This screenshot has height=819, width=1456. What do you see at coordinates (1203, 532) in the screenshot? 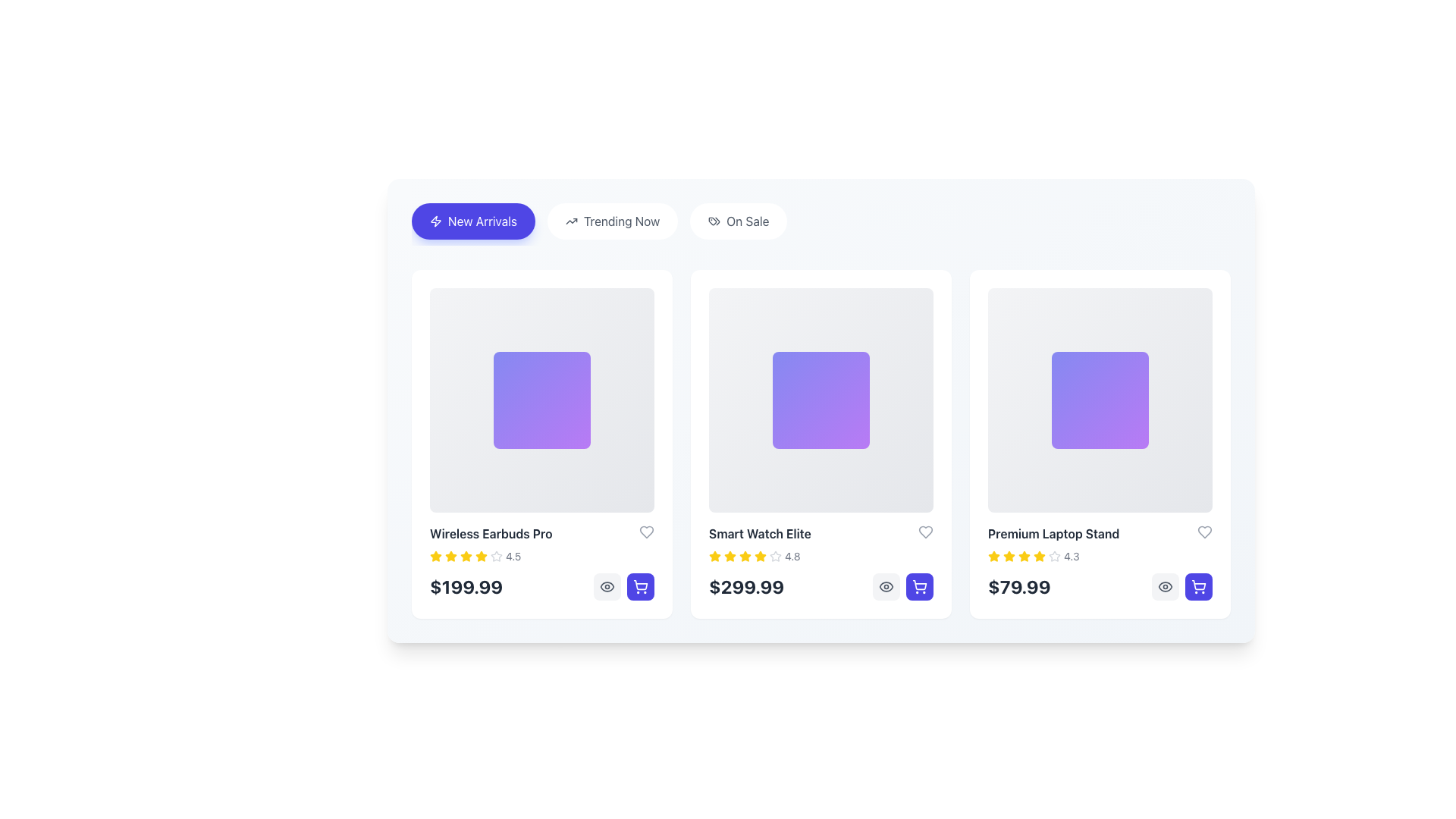
I see `the favorite icon located in the top-right corner of the 'Premium Laptop Stand' card` at bounding box center [1203, 532].